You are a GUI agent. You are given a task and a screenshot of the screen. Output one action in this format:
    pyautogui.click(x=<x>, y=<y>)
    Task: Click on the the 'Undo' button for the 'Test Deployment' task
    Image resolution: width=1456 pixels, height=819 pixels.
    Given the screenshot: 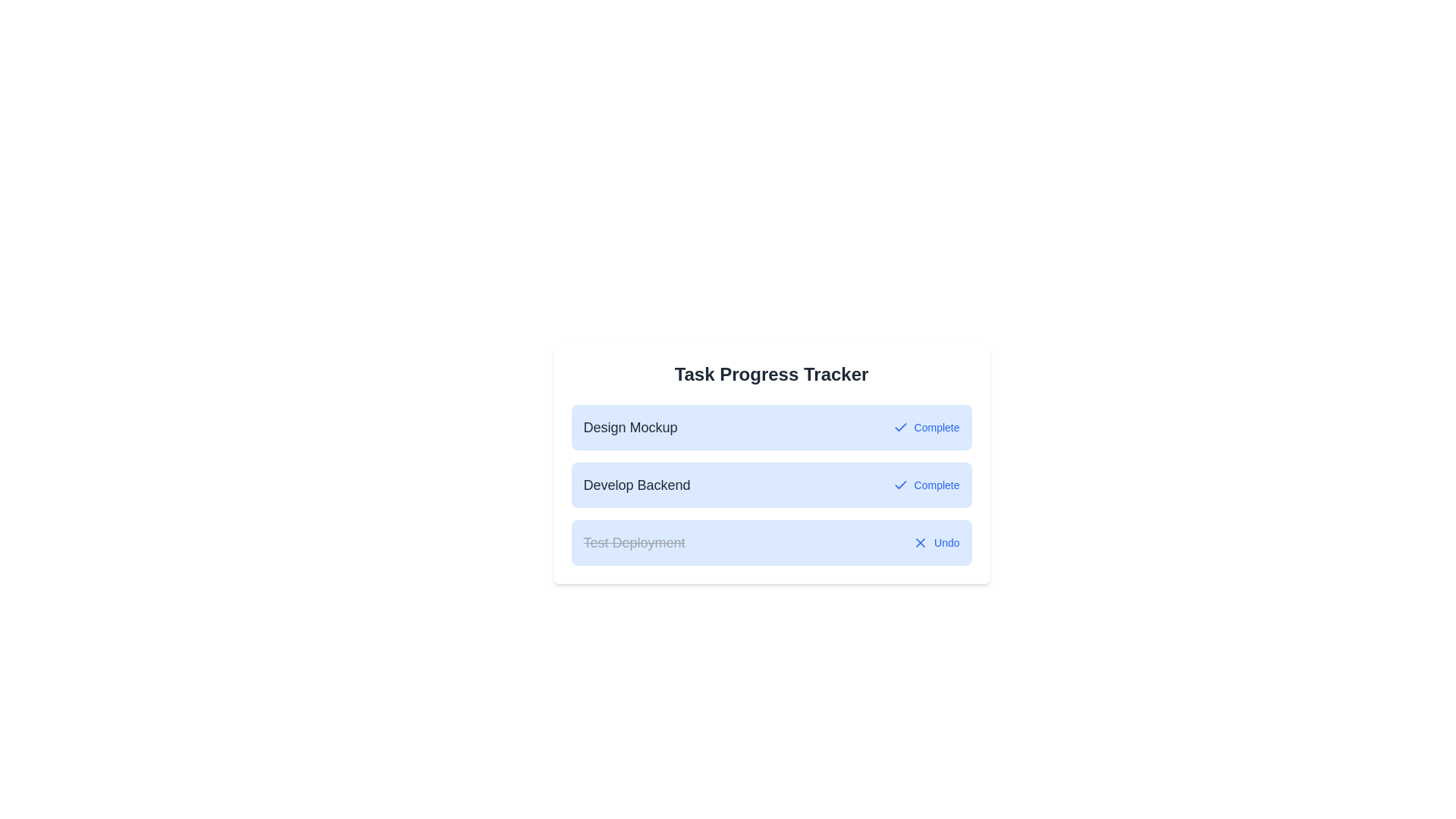 What is the action you would take?
    pyautogui.click(x=935, y=542)
    